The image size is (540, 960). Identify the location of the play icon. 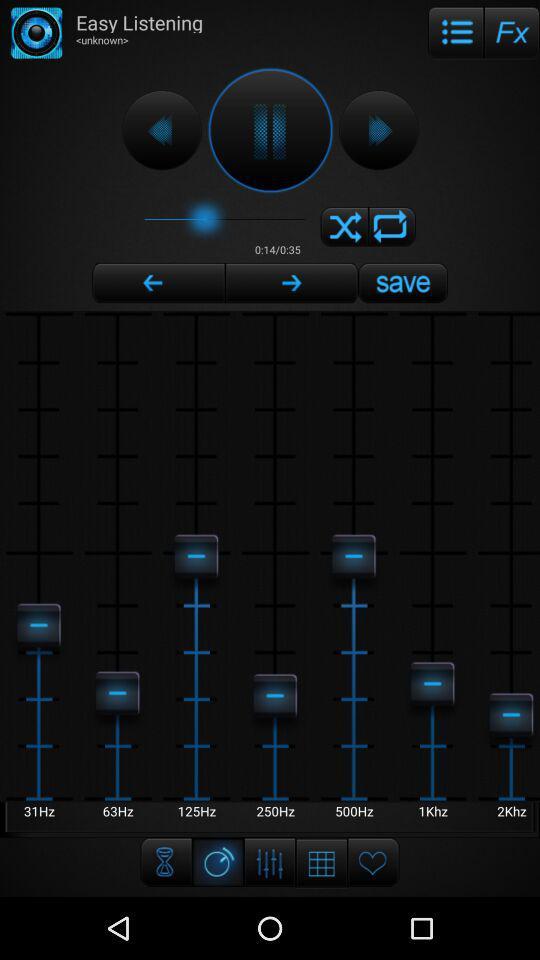
(378, 138).